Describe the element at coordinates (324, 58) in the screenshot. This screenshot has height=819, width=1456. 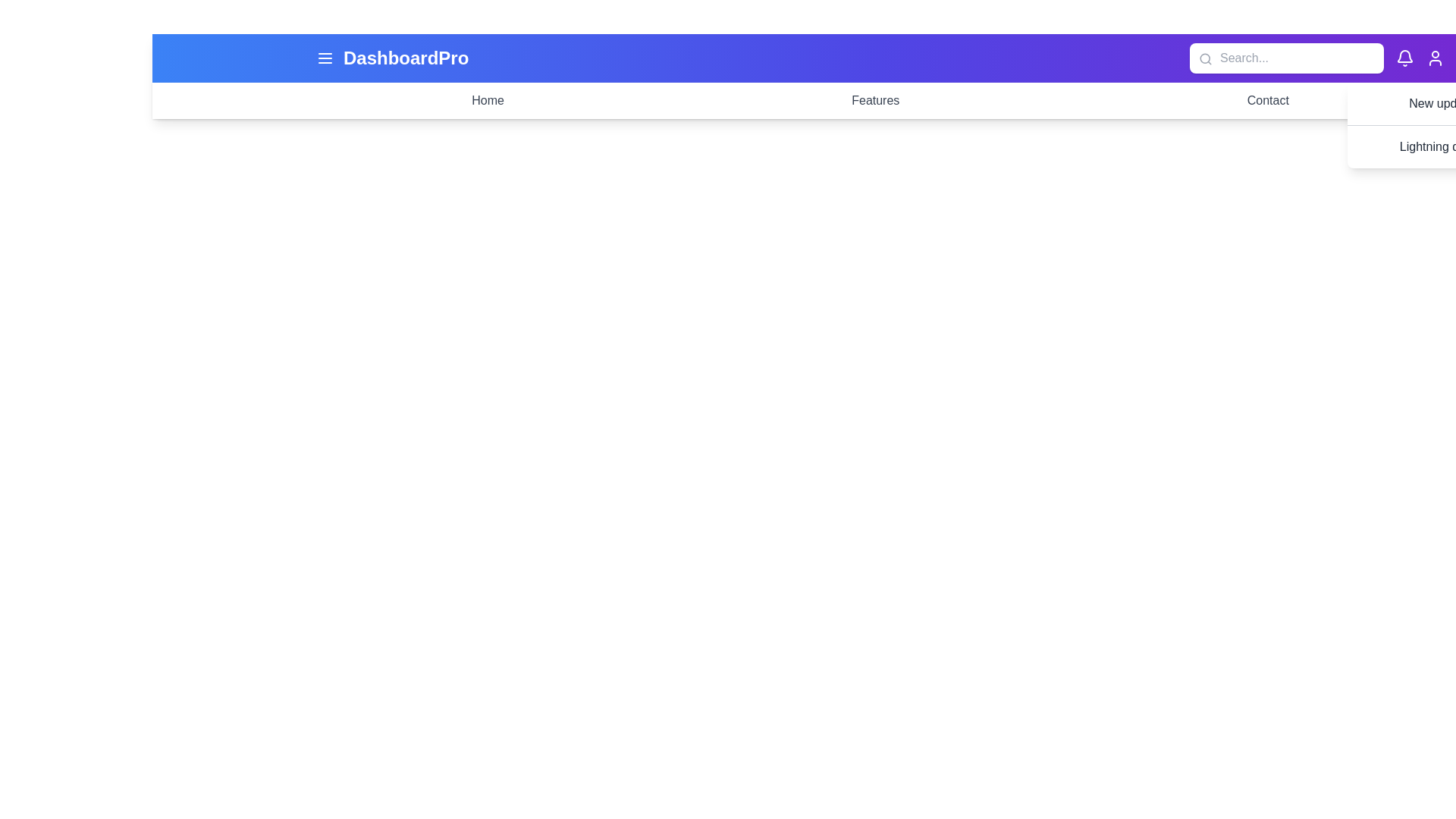
I see `the menu icon to toggle the side menu visibility` at that location.